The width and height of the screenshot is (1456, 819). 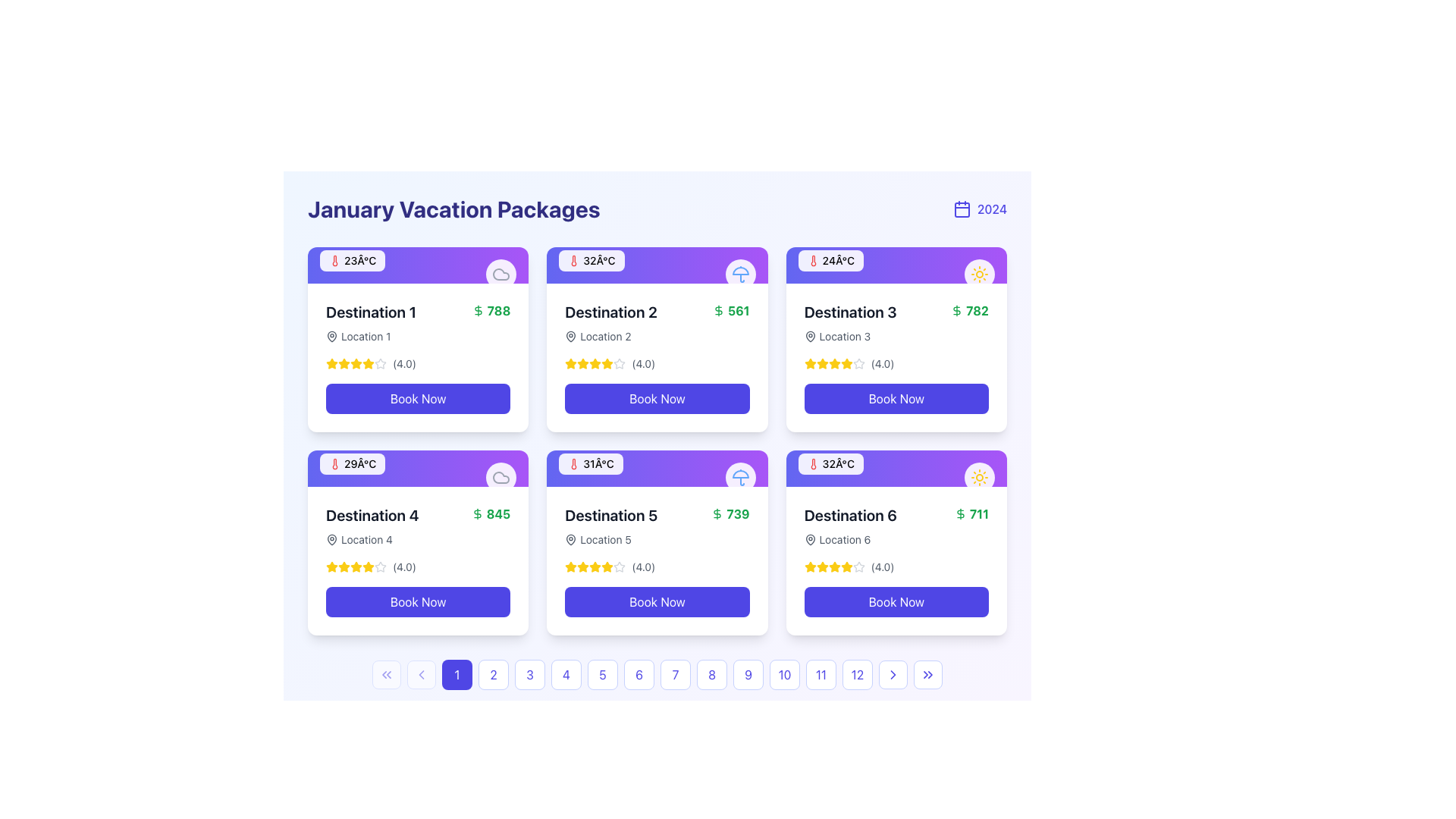 What do you see at coordinates (858, 567) in the screenshot?
I see `the gray outlined star icon, which is the fifth star in the horizontal sequence beneath the heading 'Destination 6'` at bounding box center [858, 567].